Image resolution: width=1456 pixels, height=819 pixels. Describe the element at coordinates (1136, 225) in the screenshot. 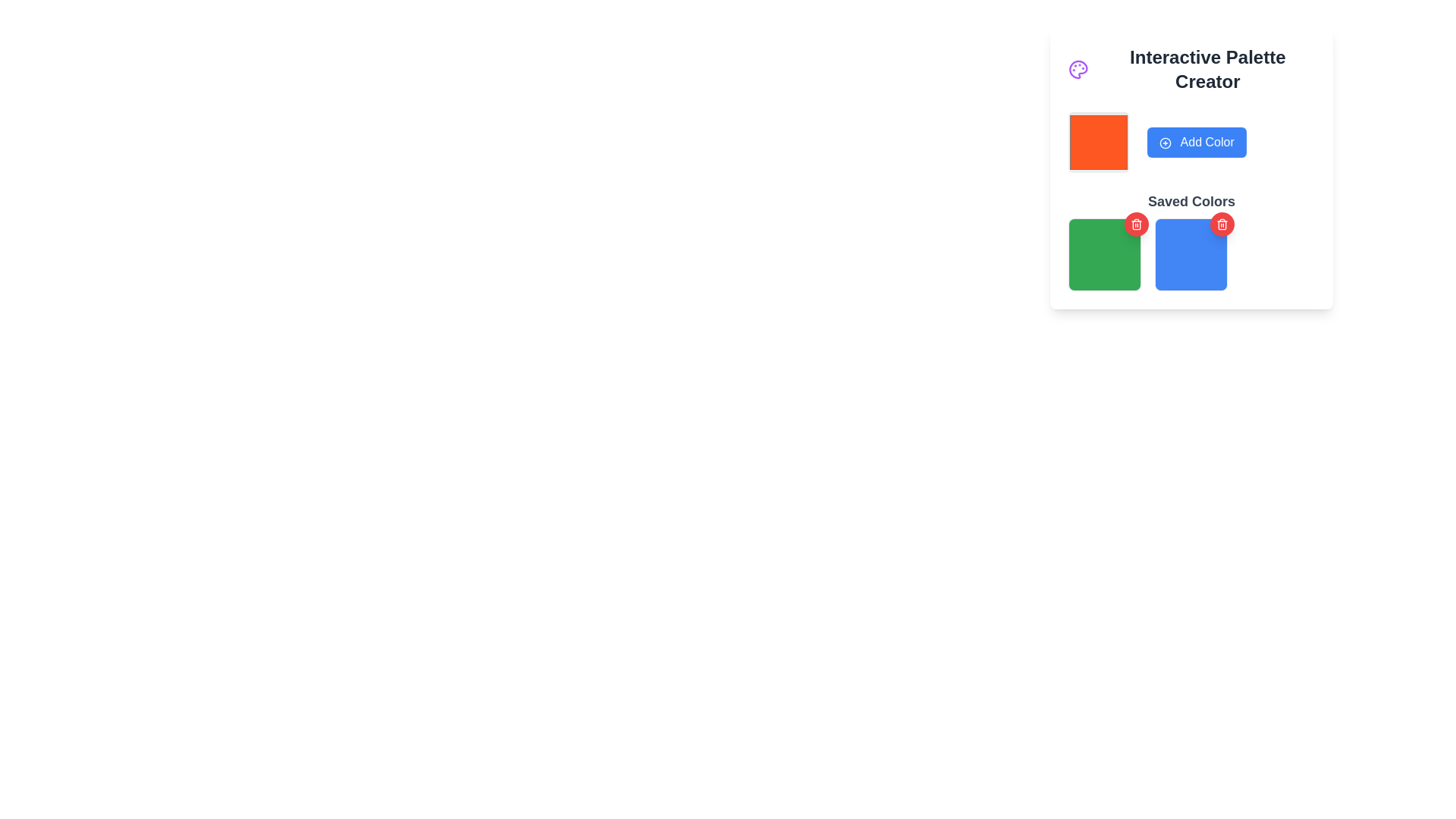

I see `the lower part of the trash bin icon, which is part of the SVG graphic representing the delete action, located below the 'Saved Colors' label and adjacent to the blue saved color square` at that location.